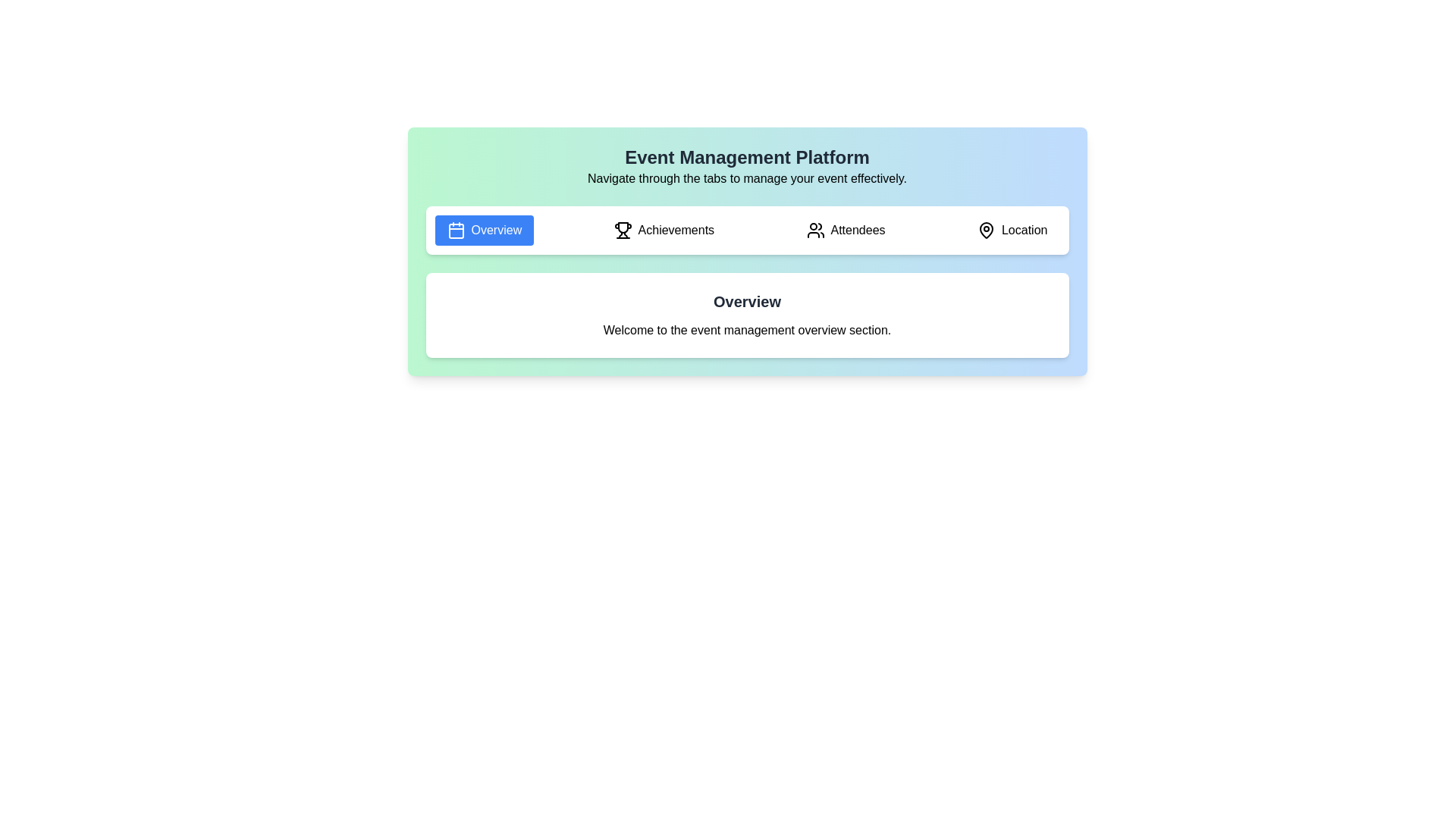 The width and height of the screenshot is (1456, 819). I want to click on the 'Achievements' tab icon located in the center of the horizontal navigation bar, positioned between the 'Overview' and 'Attendees' tabs, so click(623, 227).